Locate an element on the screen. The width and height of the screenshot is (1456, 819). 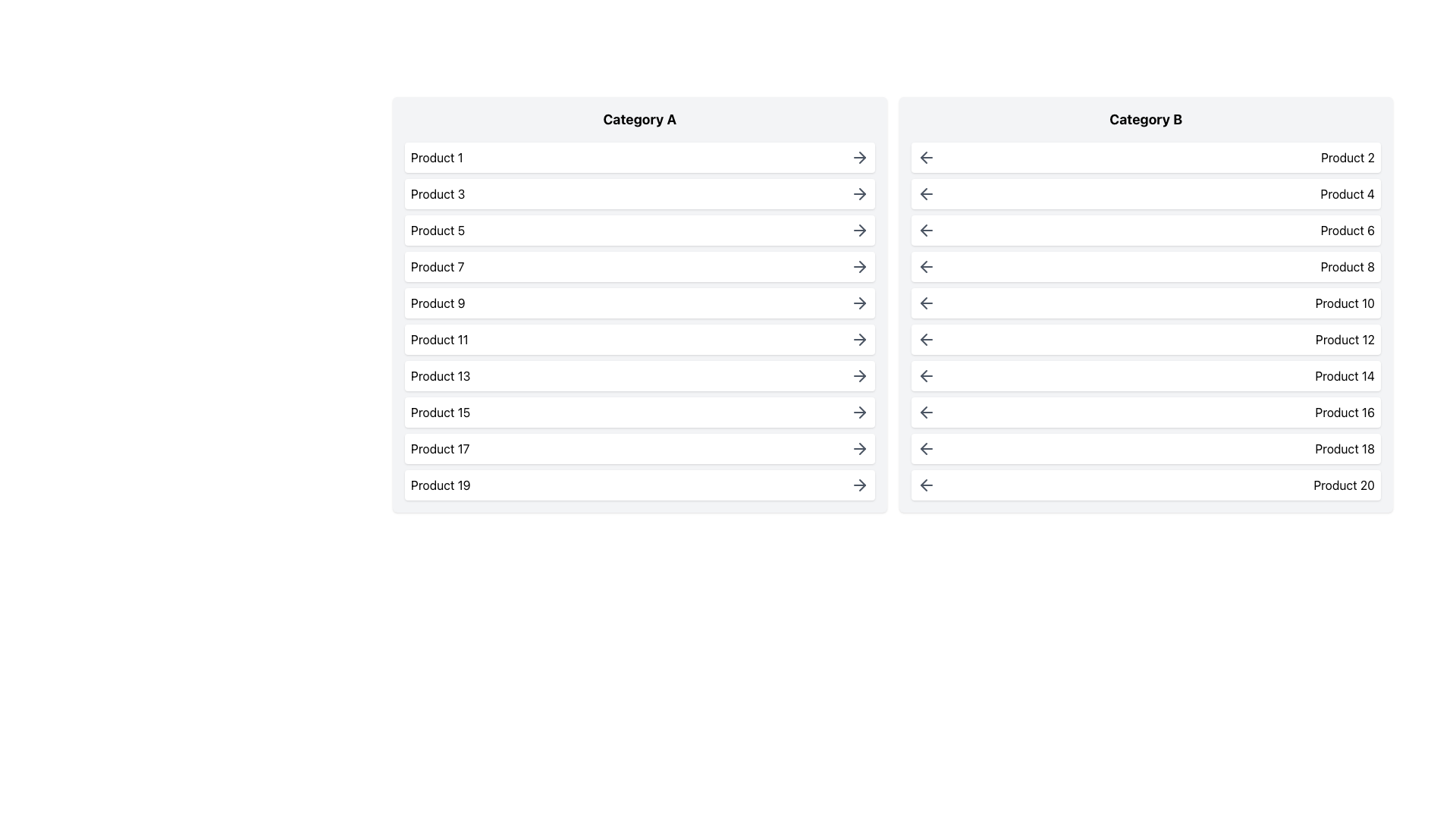
the list item box labeled 'Product 17' is located at coordinates (639, 447).